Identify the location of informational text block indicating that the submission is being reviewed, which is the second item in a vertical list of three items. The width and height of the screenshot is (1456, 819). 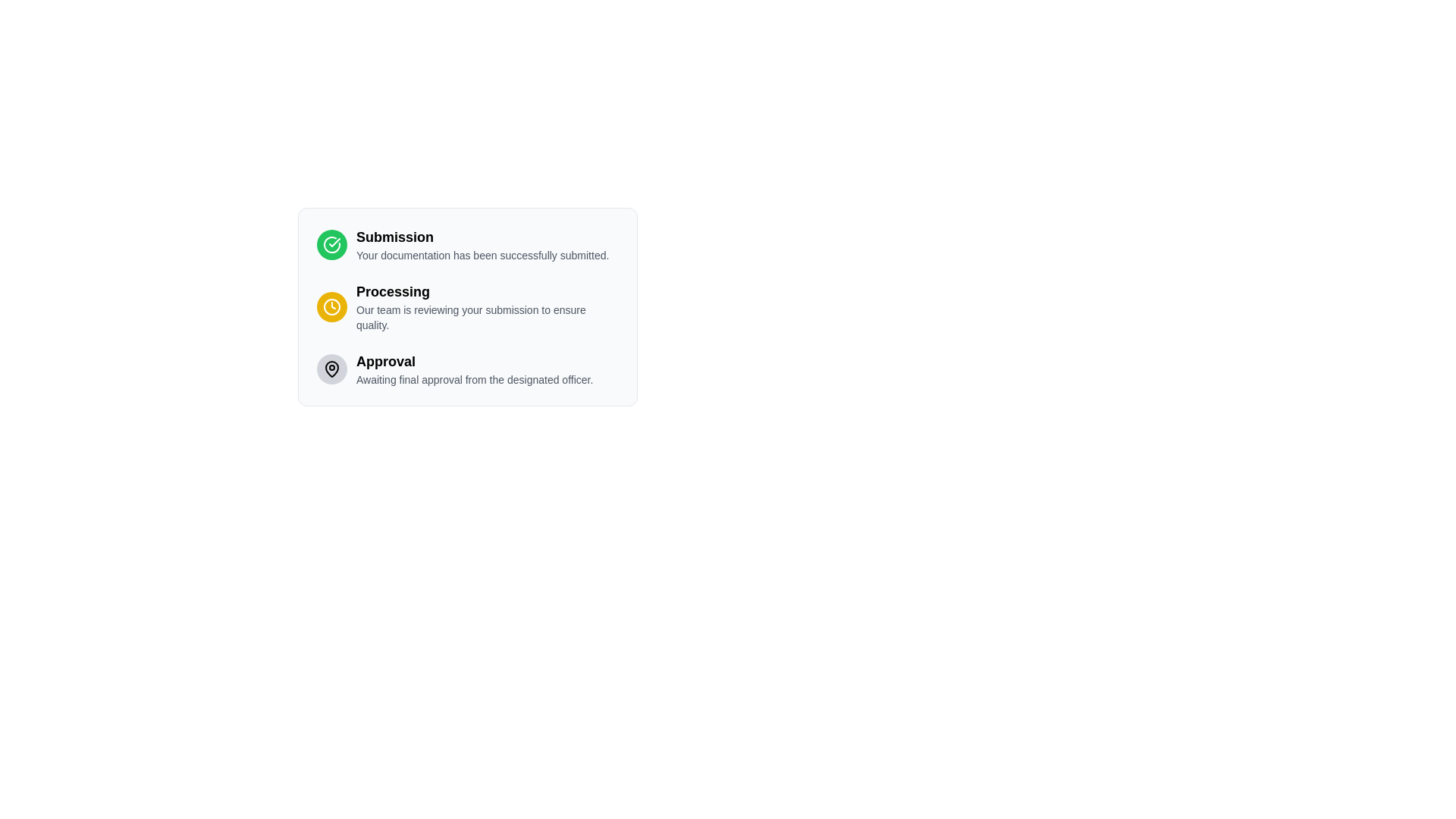
(488, 307).